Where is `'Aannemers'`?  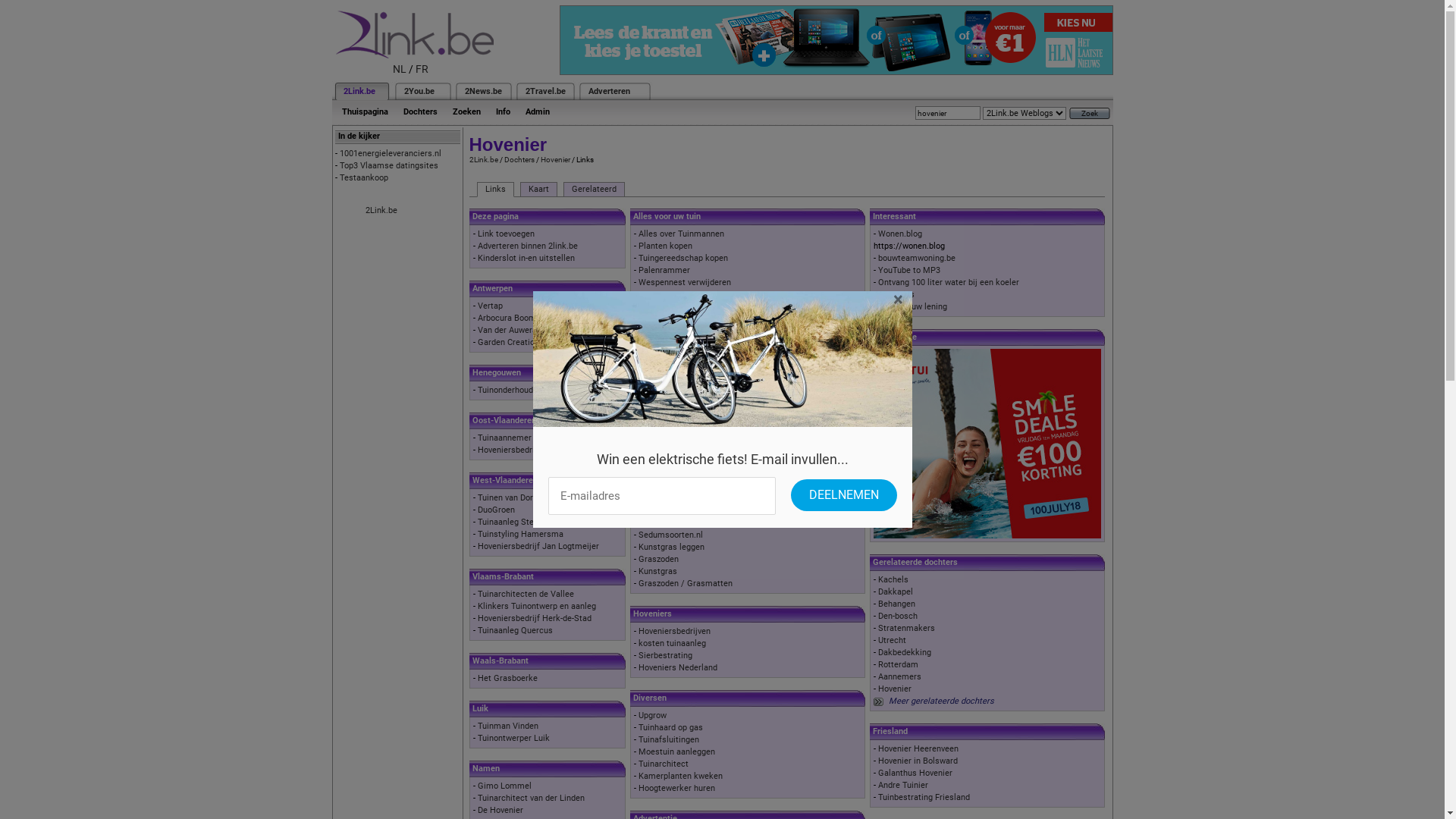 'Aannemers' is located at coordinates (877, 676).